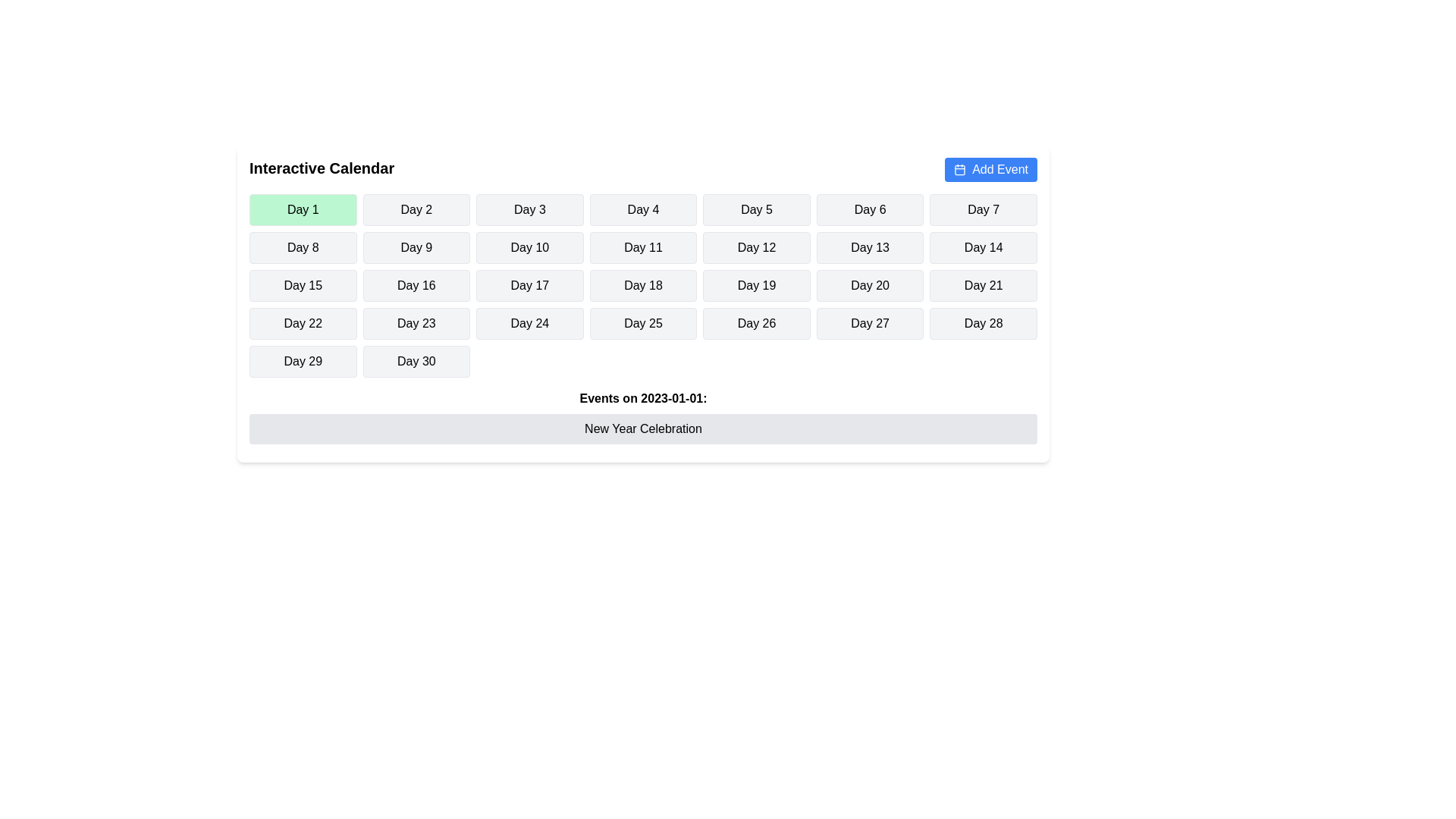  What do you see at coordinates (870, 286) in the screenshot?
I see `the selectable day item button corresponding to 'Day 20' in the interactive calendar interface` at bounding box center [870, 286].